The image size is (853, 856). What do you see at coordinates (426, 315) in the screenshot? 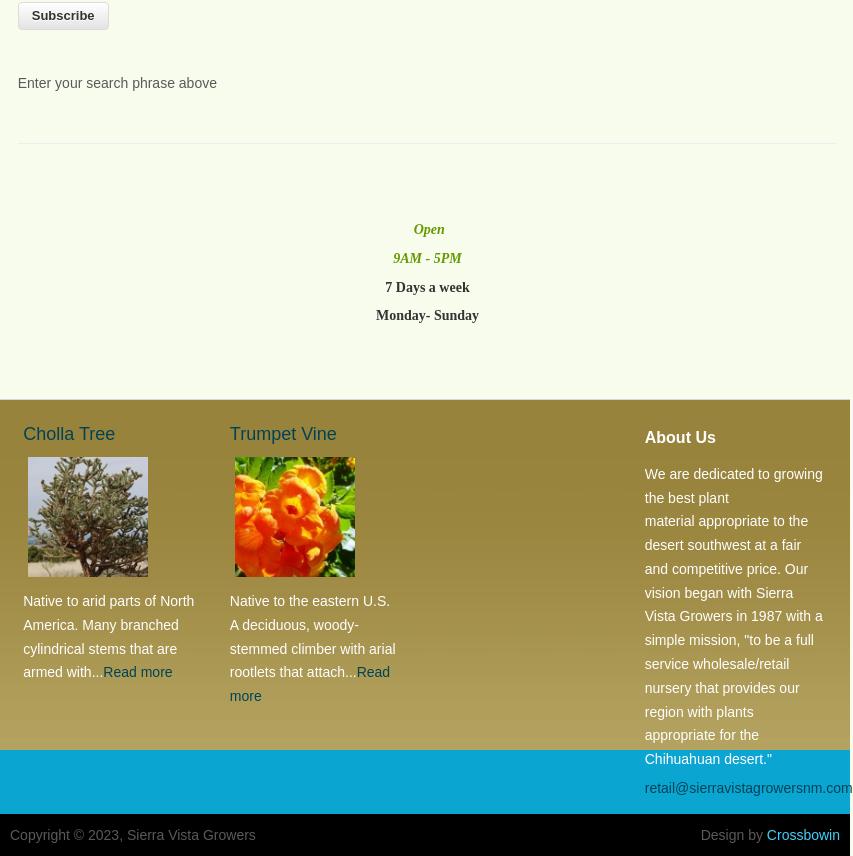
I see `'Monday- Sunday'` at bounding box center [426, 315].